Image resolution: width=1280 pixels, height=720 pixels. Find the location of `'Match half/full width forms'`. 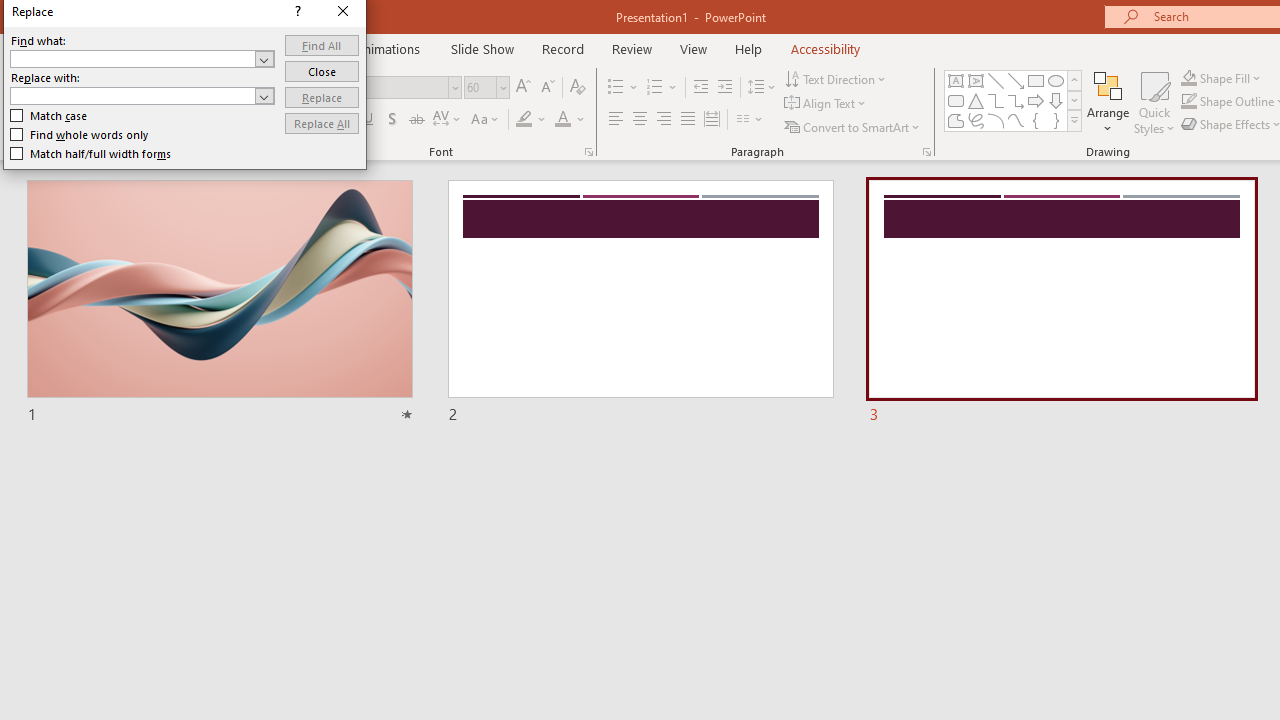

'Match half/full width forms' is located at coordinates (90, 153).